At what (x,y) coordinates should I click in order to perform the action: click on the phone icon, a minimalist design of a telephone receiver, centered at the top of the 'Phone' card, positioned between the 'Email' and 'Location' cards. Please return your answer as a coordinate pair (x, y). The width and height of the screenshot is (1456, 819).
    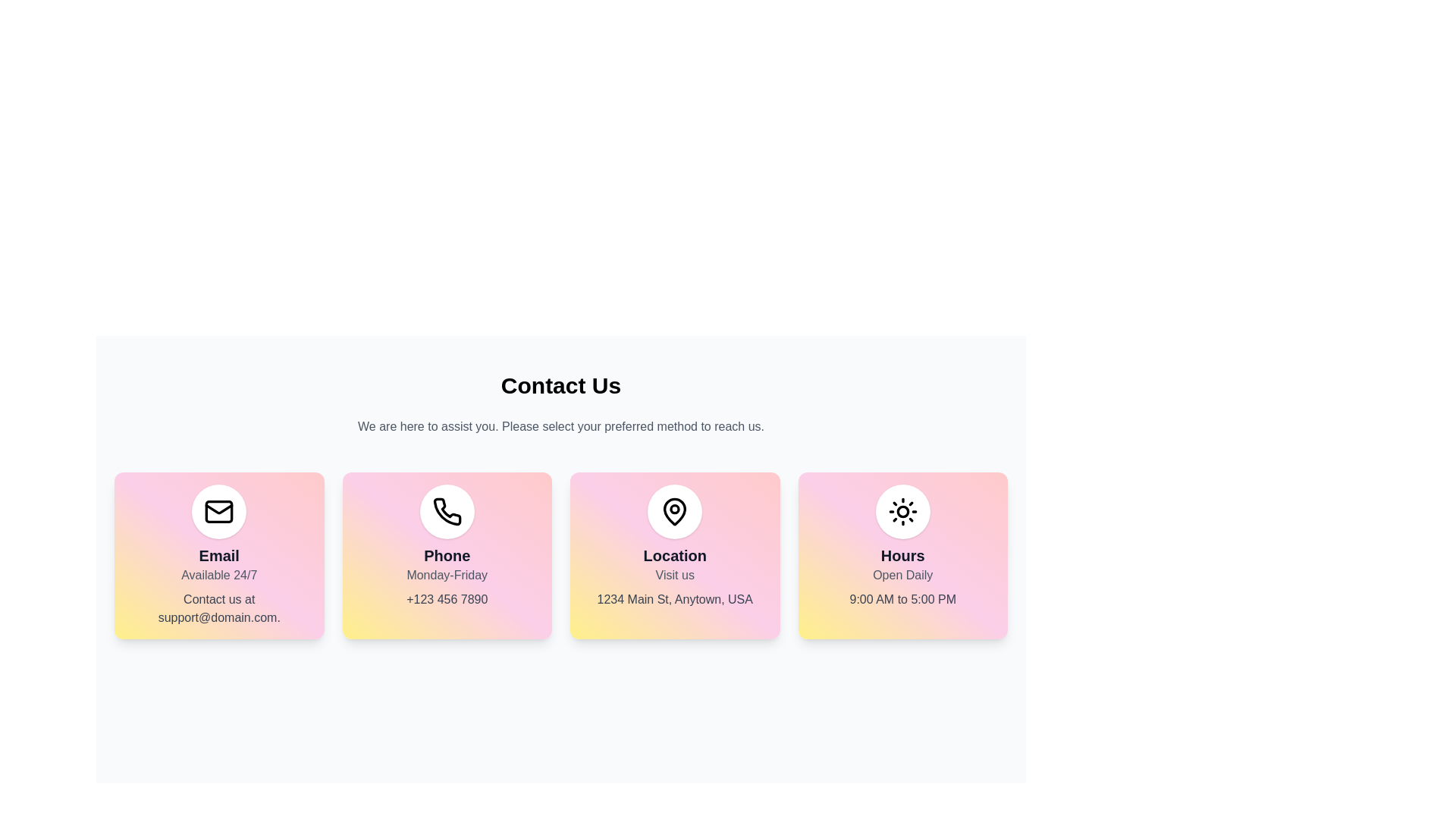
    Looking at the image, I should click on (446, 511).